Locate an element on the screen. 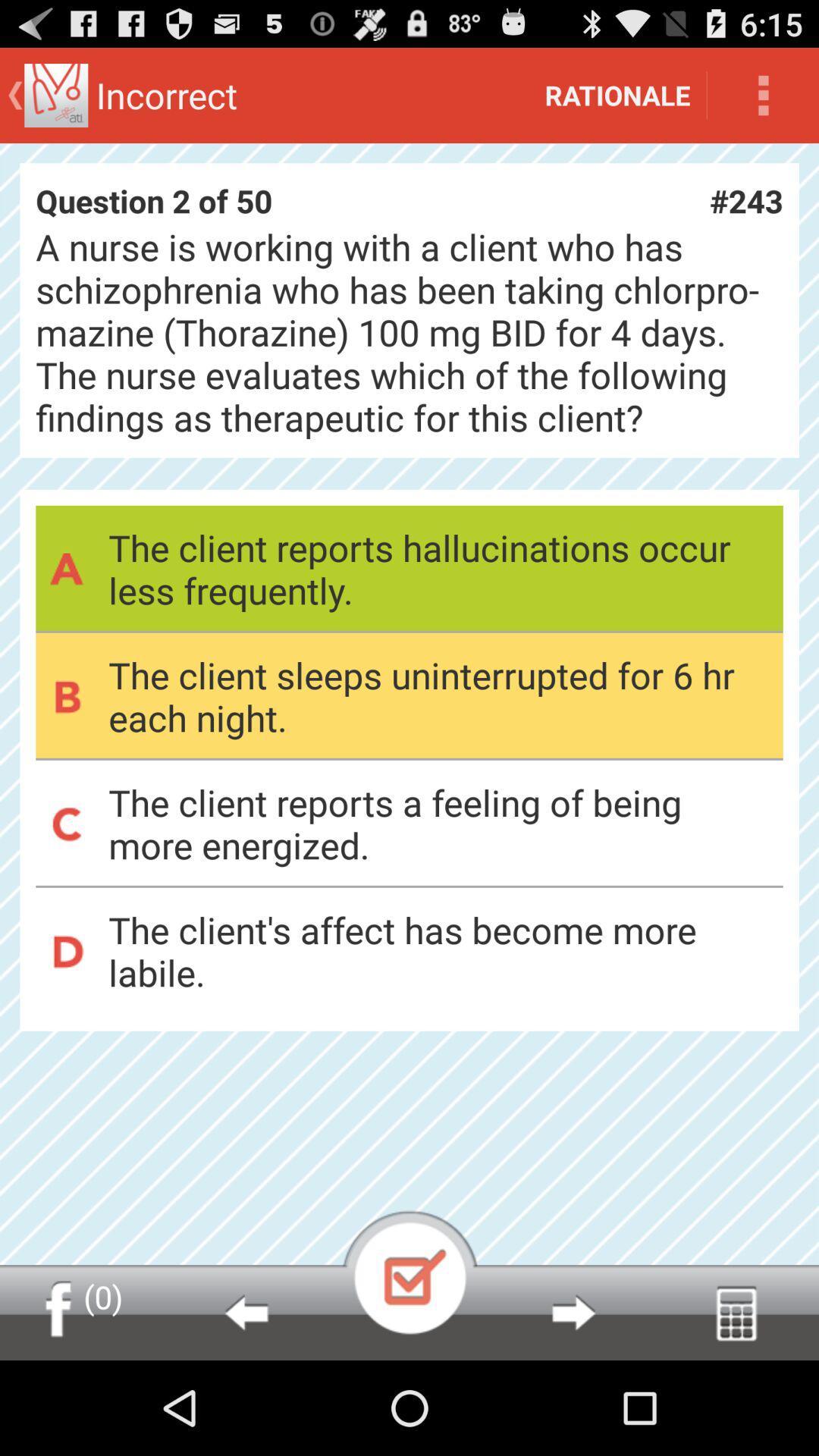 Image resolution: width=819 pixels, height=1456 pixels. the forward button on the web page is located at coordinates (573, 1312).